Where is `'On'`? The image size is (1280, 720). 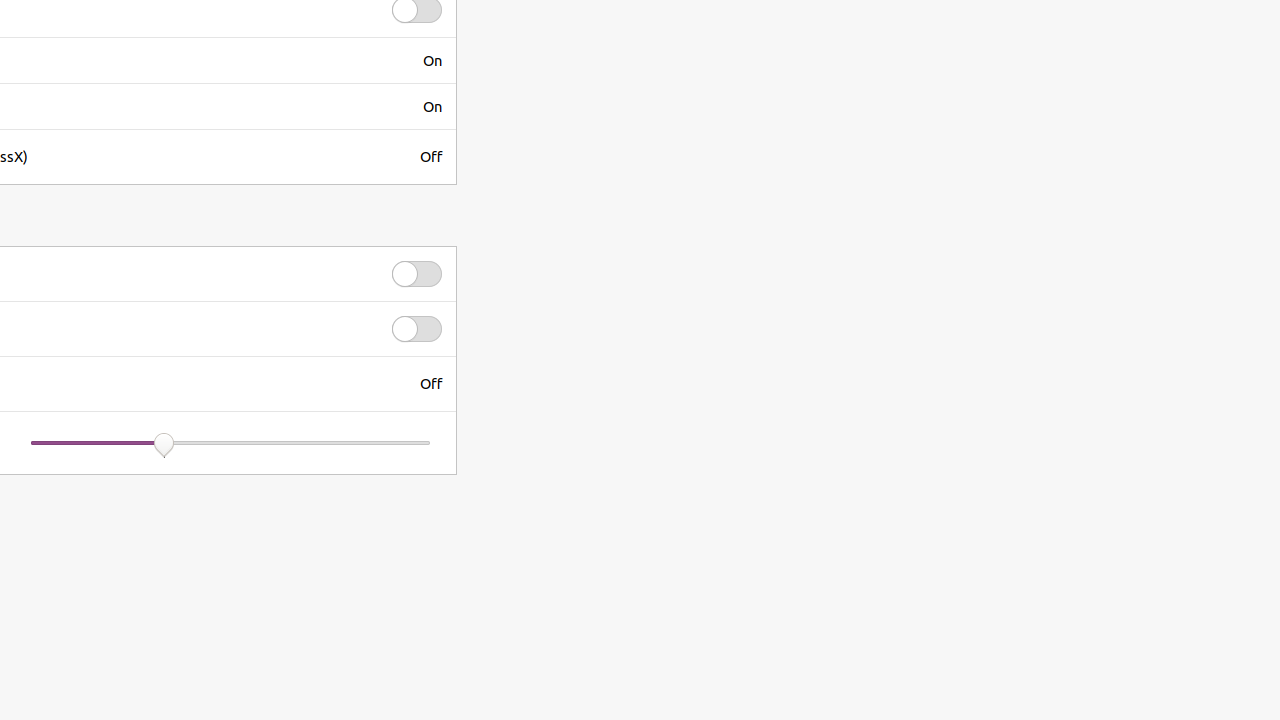 'On' is located at coordinates (431, 59).